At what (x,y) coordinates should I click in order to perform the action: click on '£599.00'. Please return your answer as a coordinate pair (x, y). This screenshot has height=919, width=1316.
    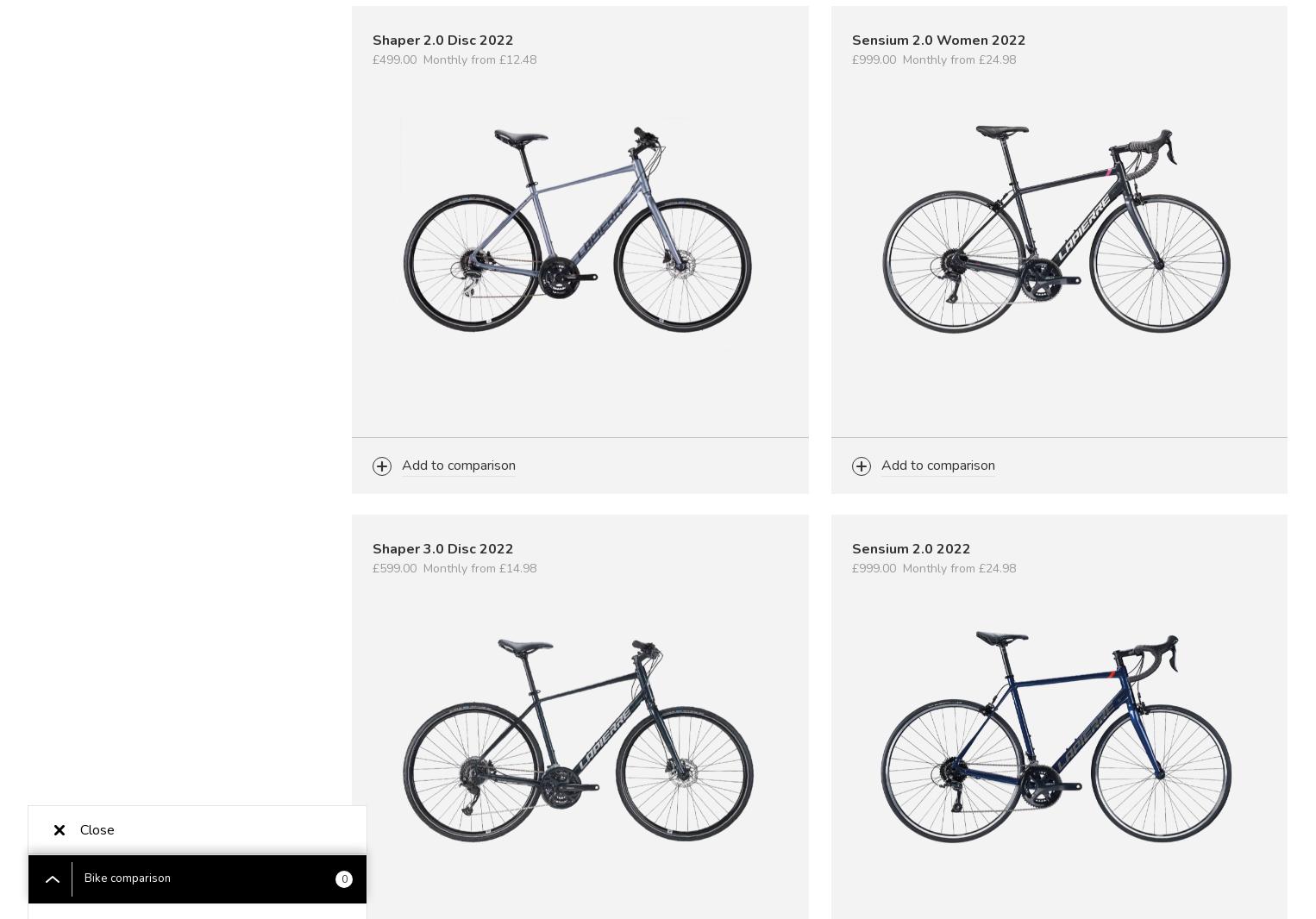
    Looking at the image, I should click on (393, 567).